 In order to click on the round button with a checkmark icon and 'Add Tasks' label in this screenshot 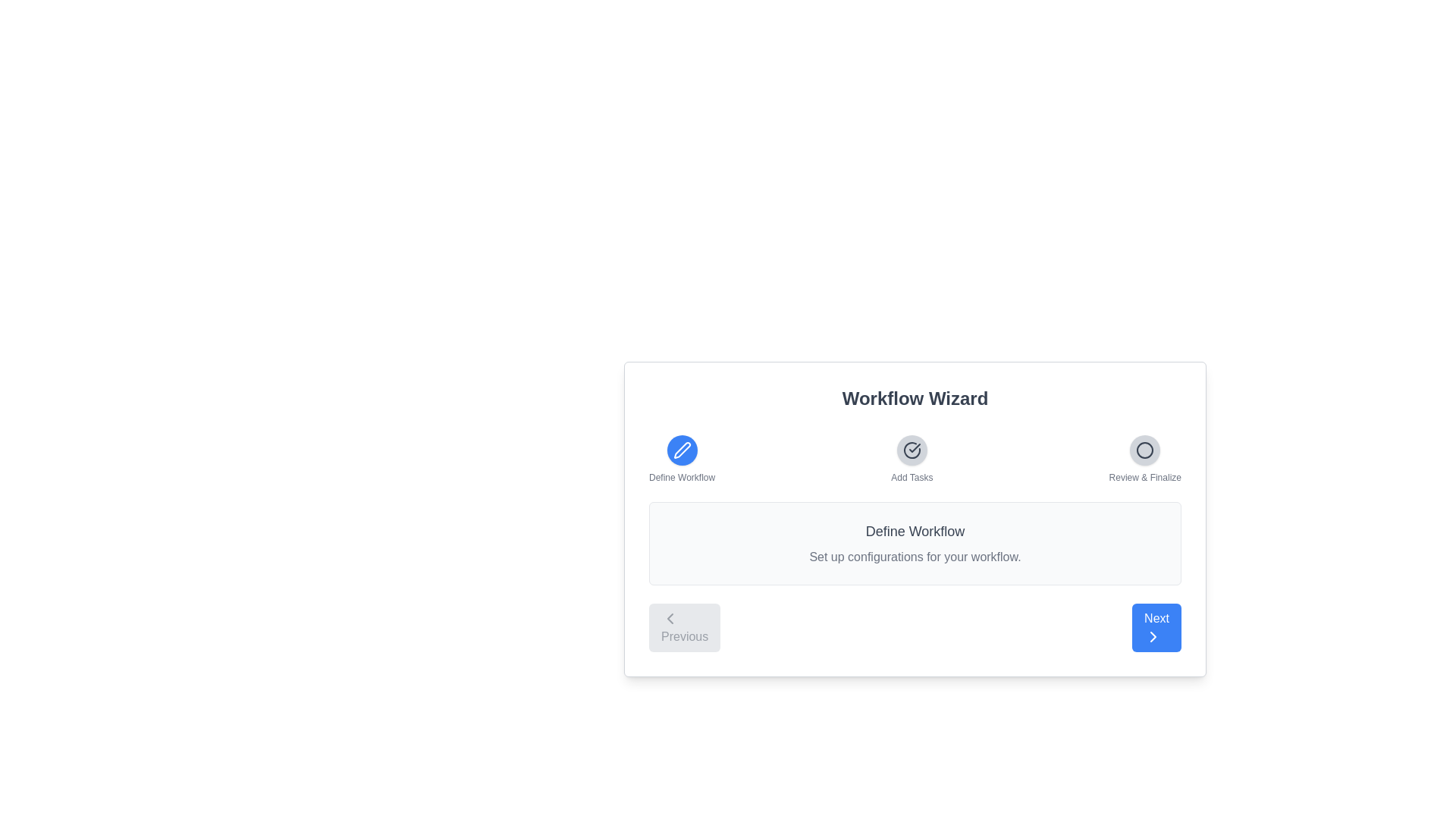, I will do `click(911, 458)`.